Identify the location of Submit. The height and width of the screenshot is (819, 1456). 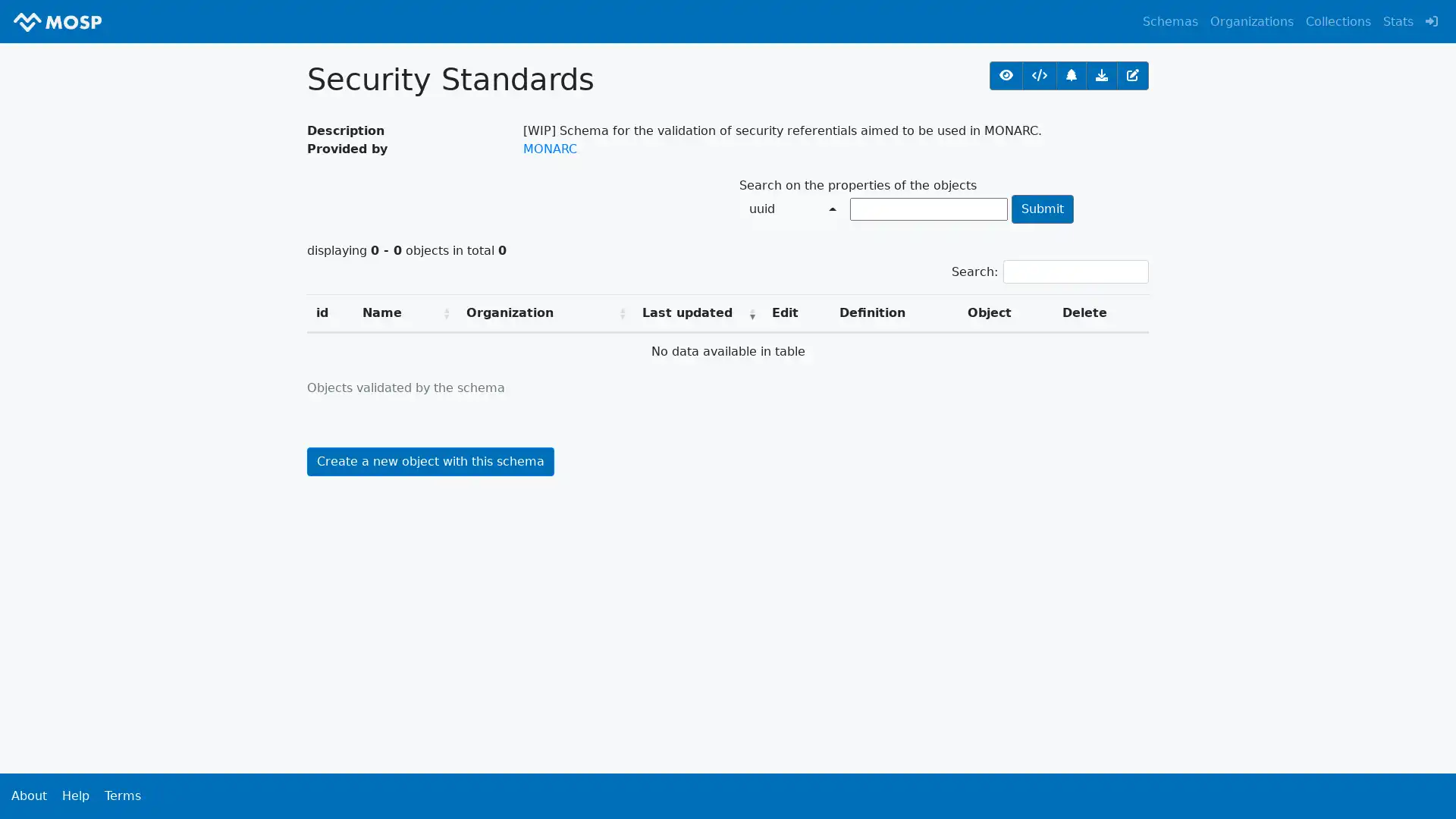
(1041, 209).